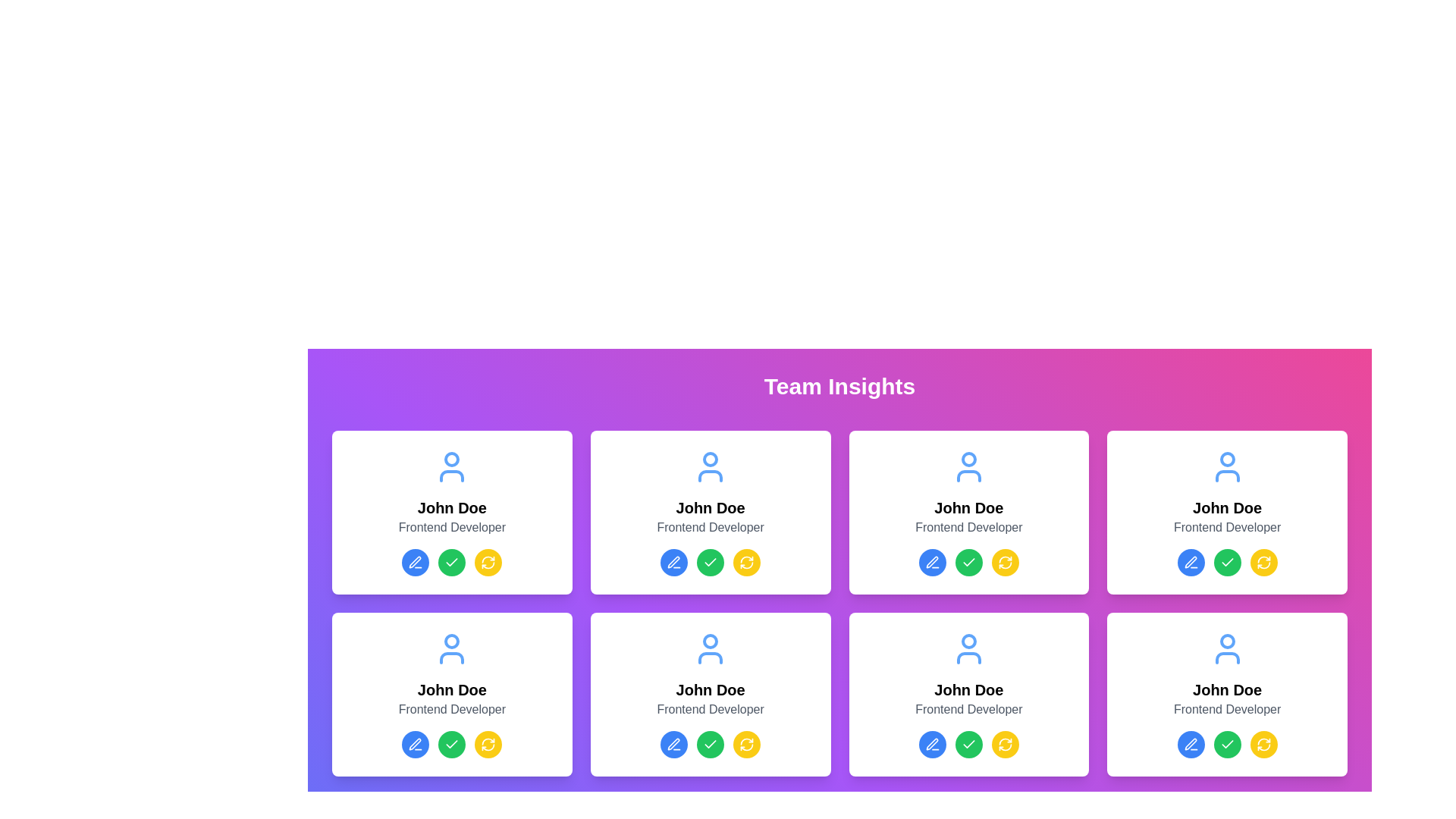  I want to click on the checkmark icon located within the green circular button at the bottom of the second card displaying user information for 'John Doe', Frontend Developer, so click(968, 562).